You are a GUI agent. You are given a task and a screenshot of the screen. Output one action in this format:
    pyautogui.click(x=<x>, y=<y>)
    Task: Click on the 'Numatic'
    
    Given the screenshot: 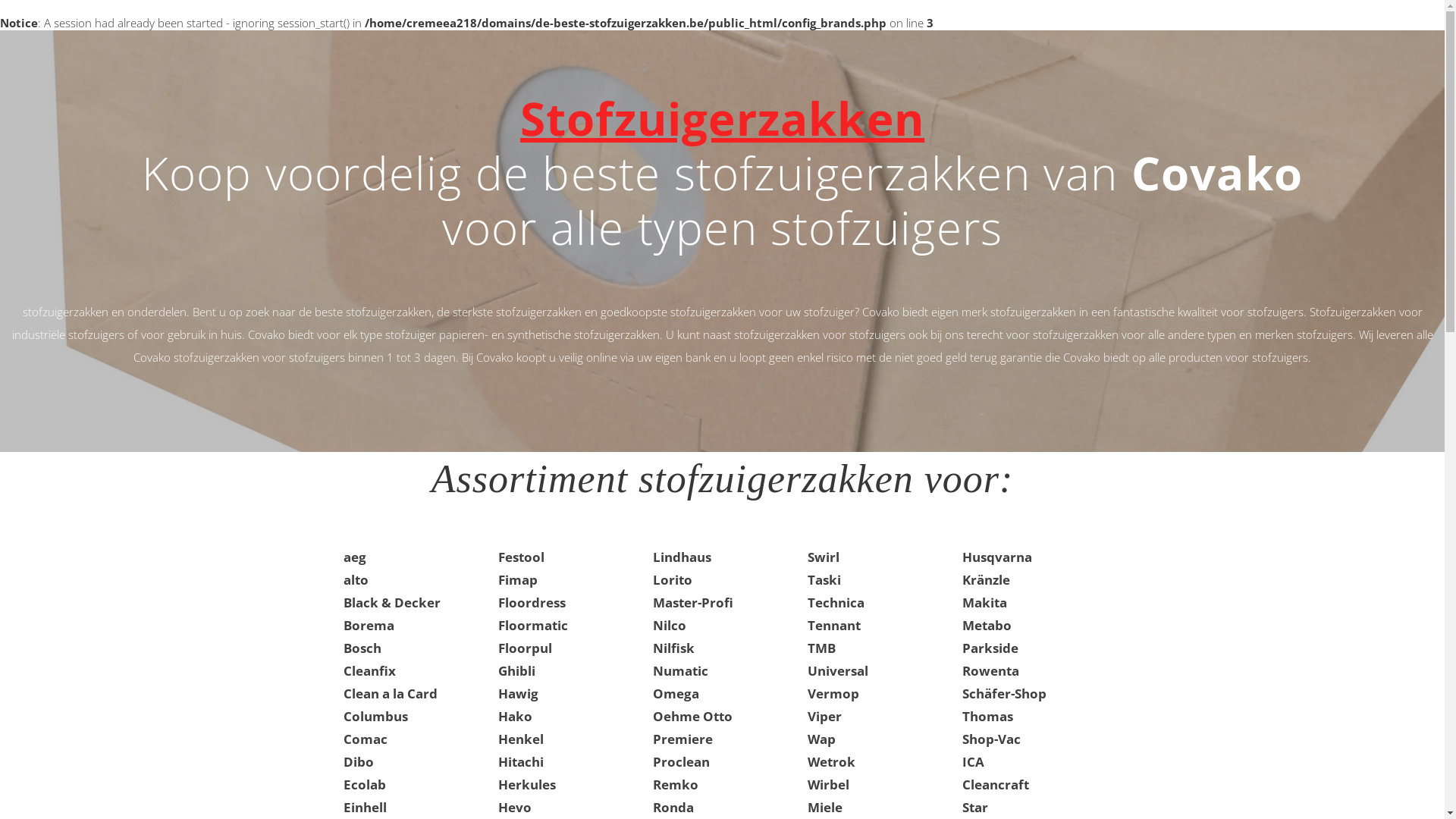 What is the action you would take?
    pyautogui.click(x=651, y=670)
    